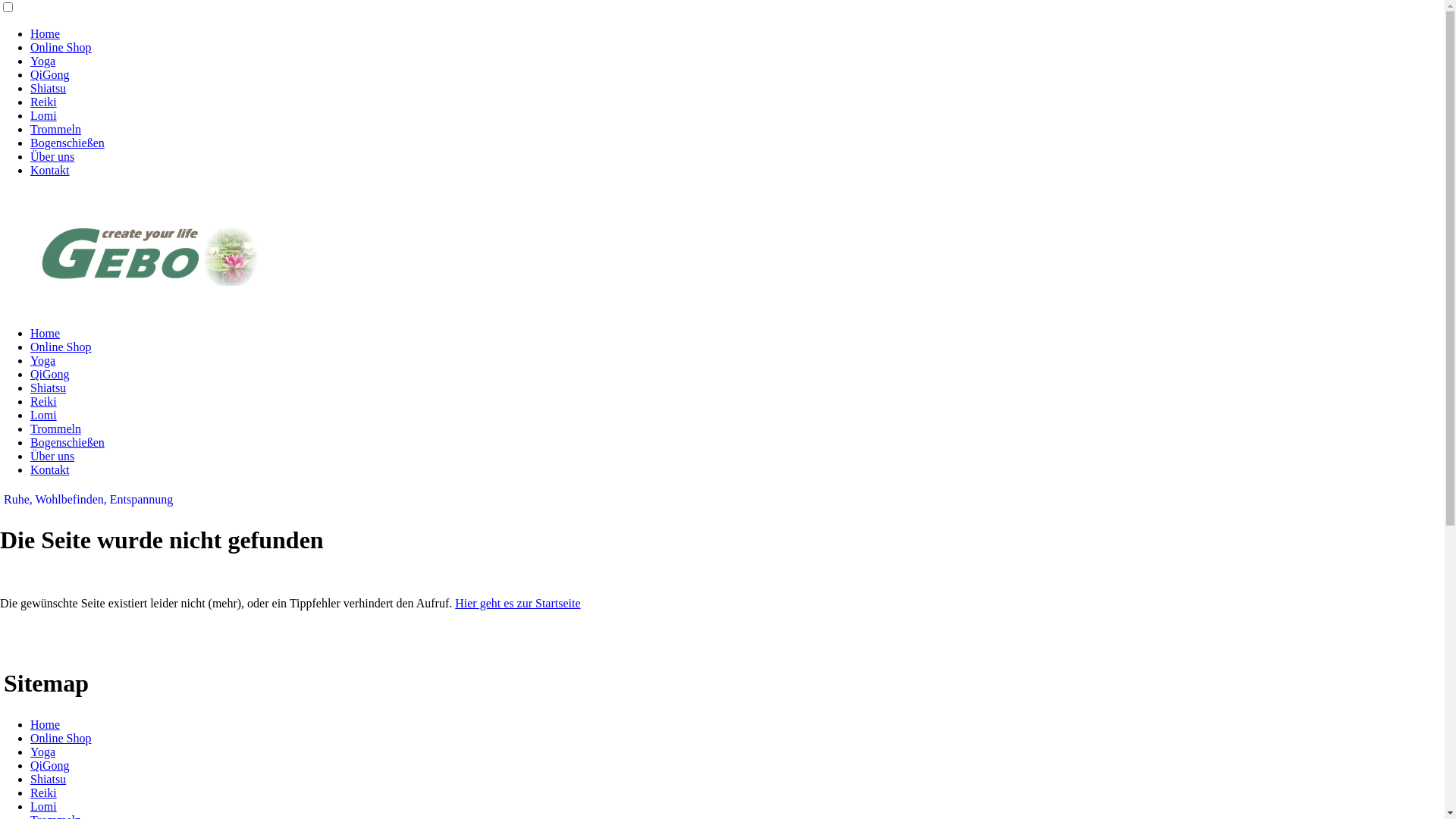 This screenshot has width=1456, height=819. Describe the element at coordinates (55, 128) in the screenshot. I see `'Trommeln'` at that location.